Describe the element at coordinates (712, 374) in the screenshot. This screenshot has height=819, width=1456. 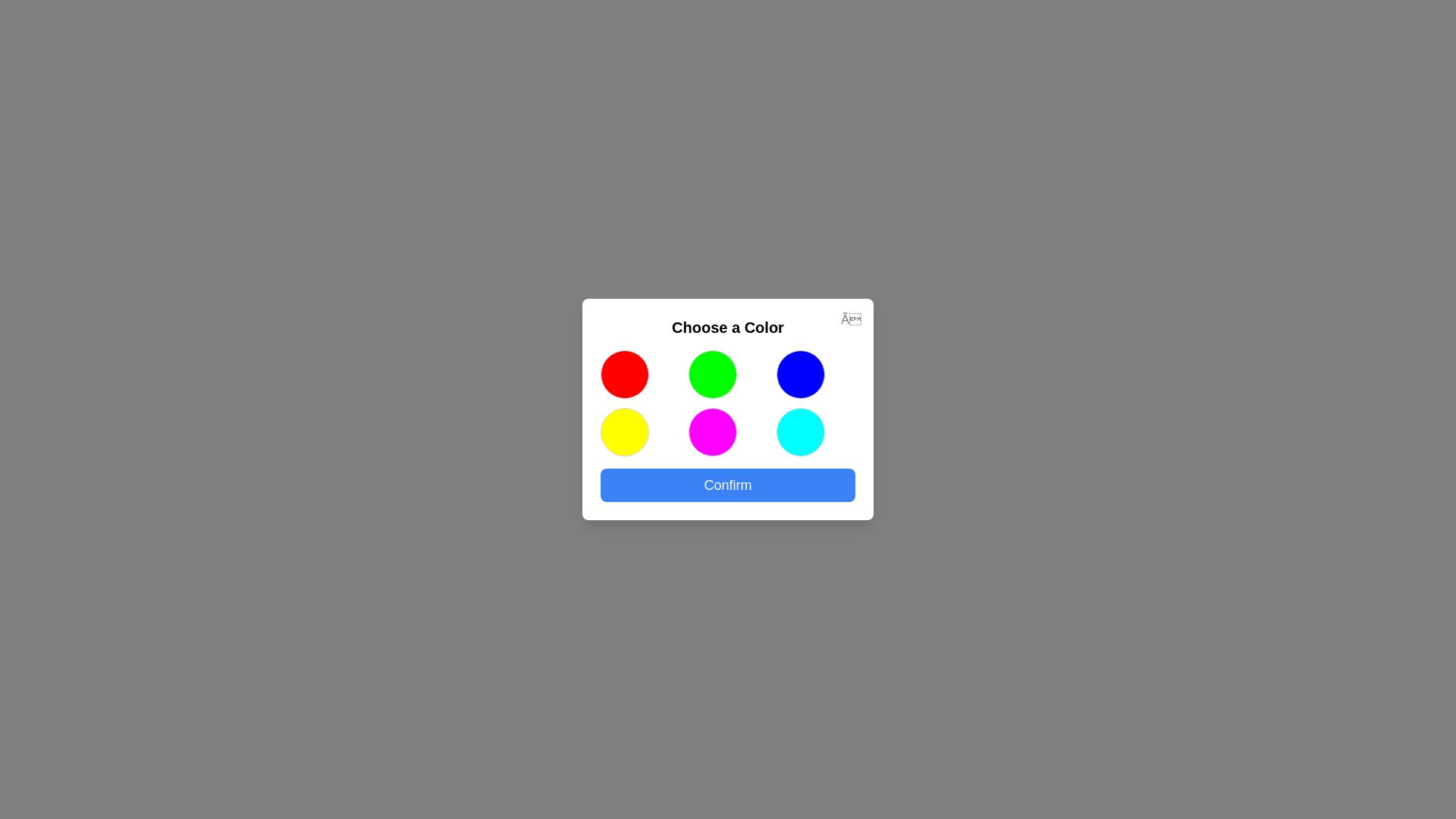
I see `the colored circle corresponding to green` at that location.